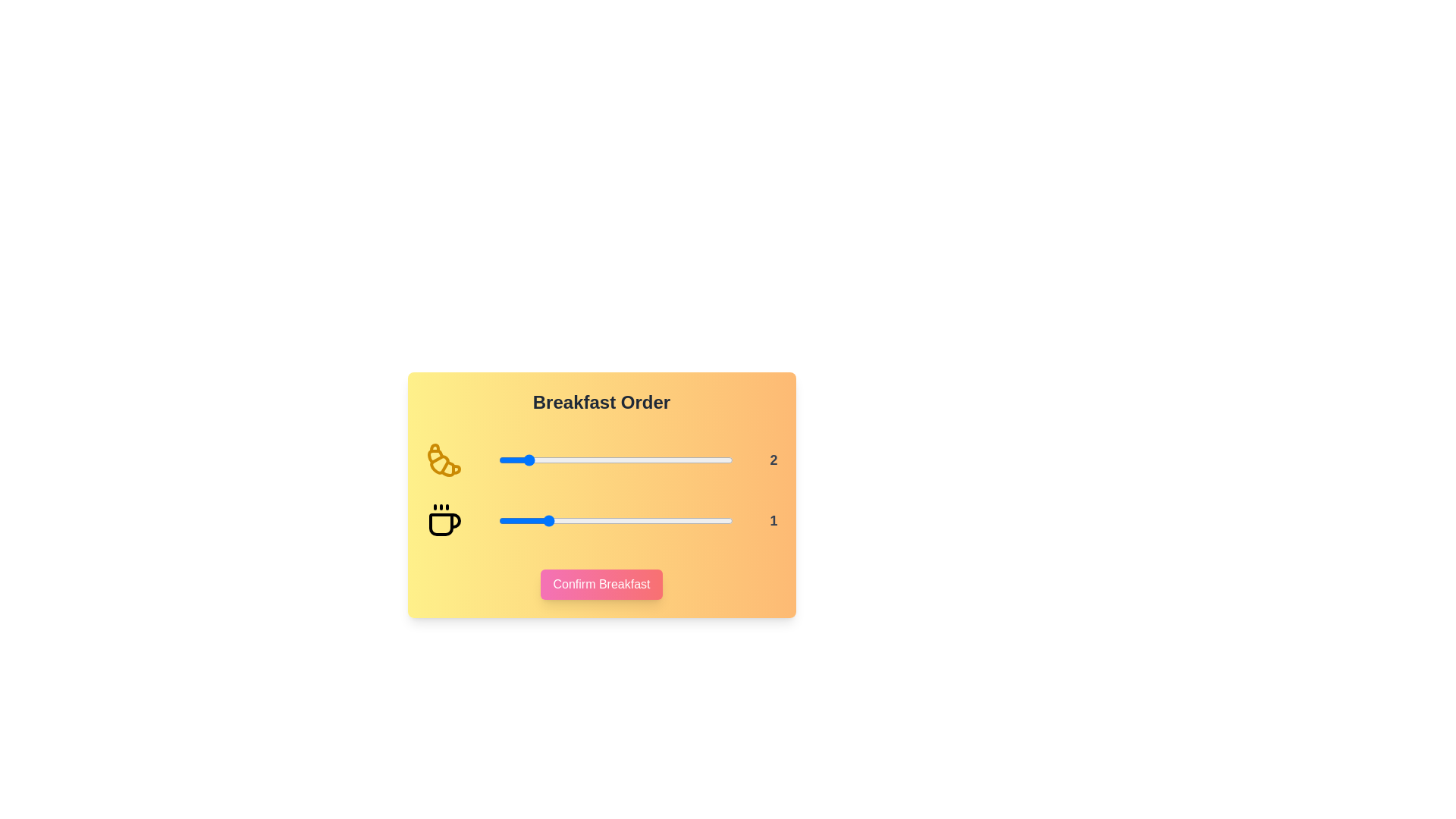 This screenshot has height=819, width=1456. I want to click on the coffee quantity to 2 using the slider, so click(591, 519).